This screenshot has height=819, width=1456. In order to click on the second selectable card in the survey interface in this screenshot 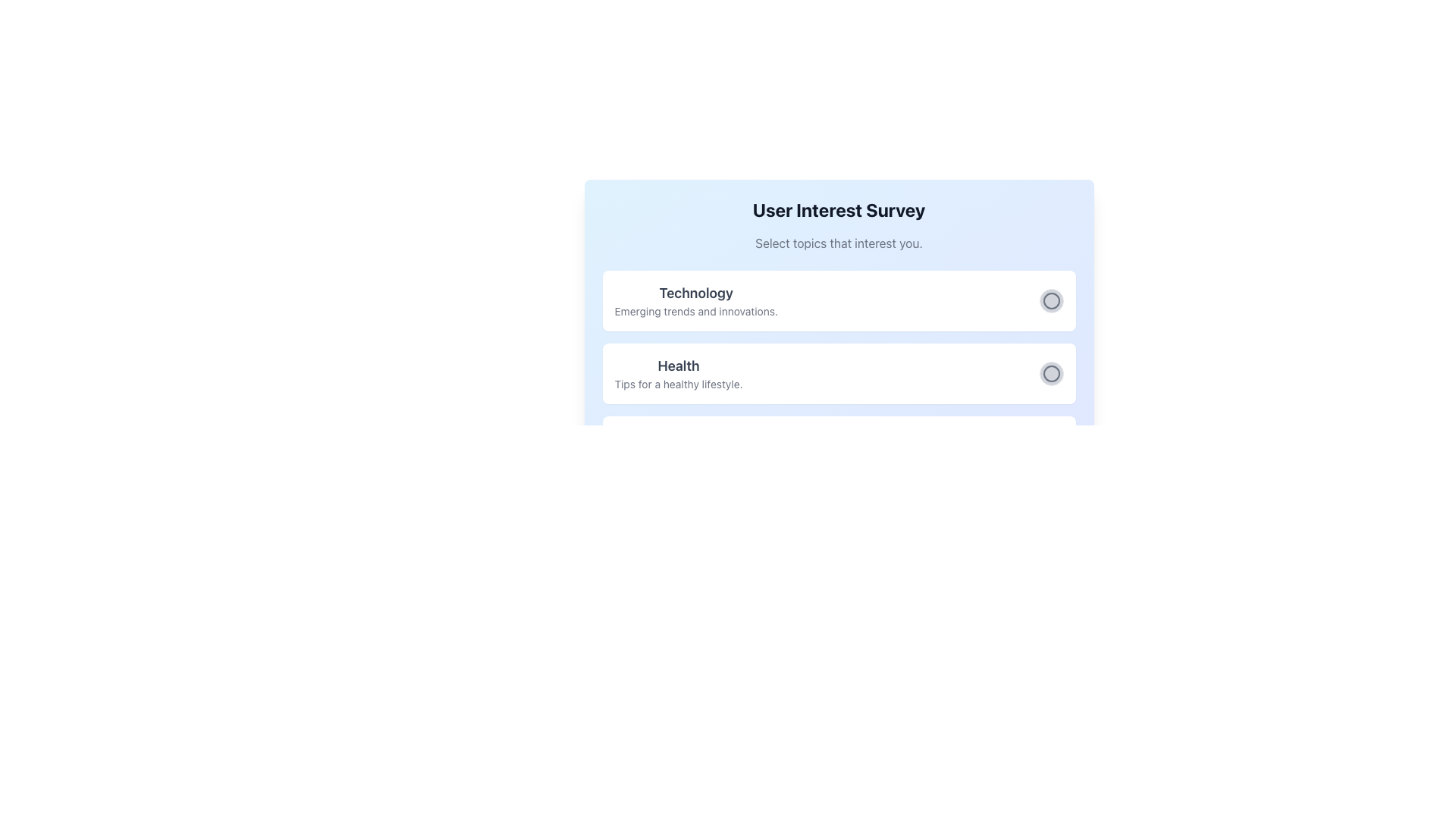, I will do `click(838, 374)`.